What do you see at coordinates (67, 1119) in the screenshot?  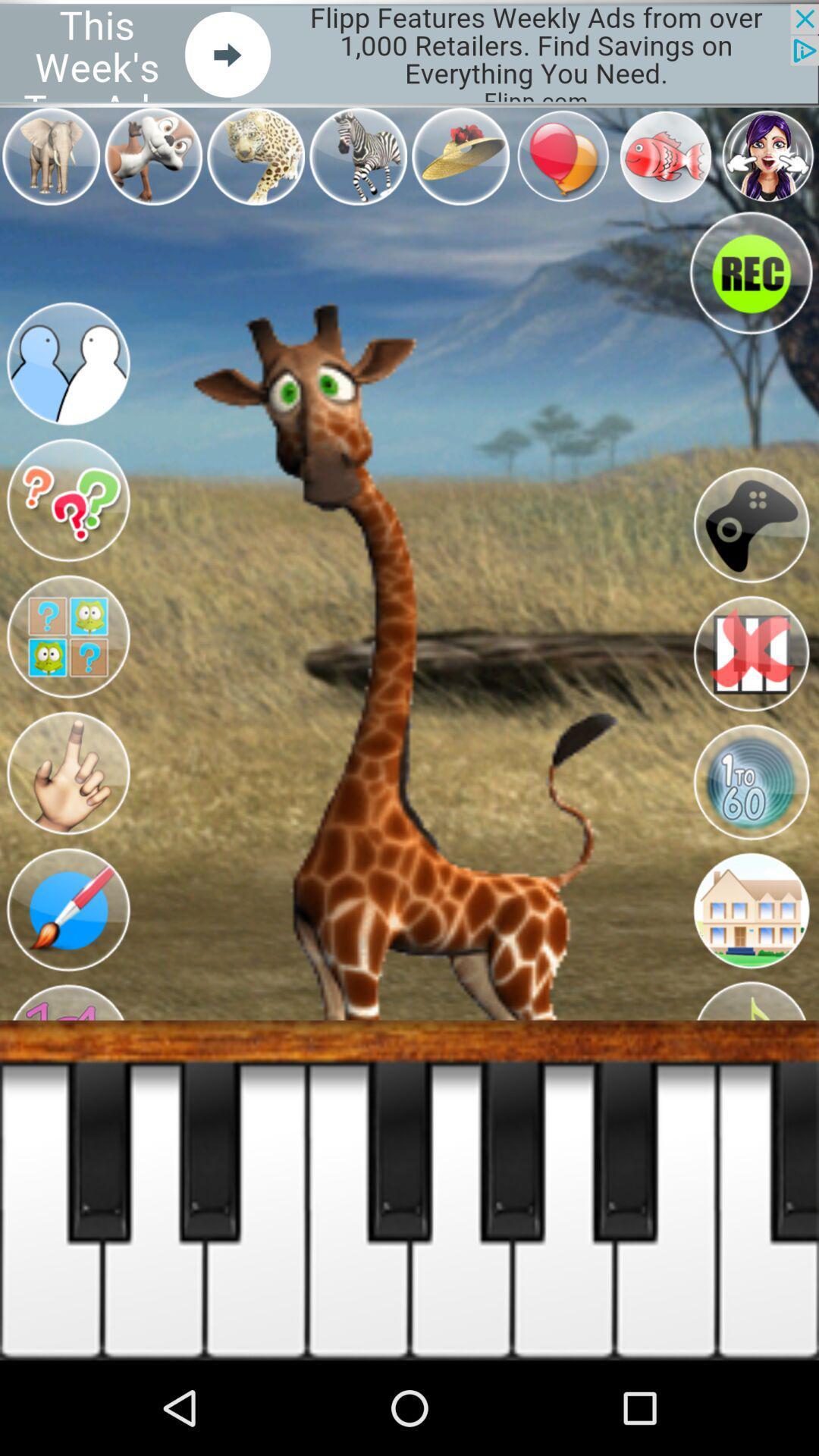 I see `the add icon` at bounding box center [67, 1119].